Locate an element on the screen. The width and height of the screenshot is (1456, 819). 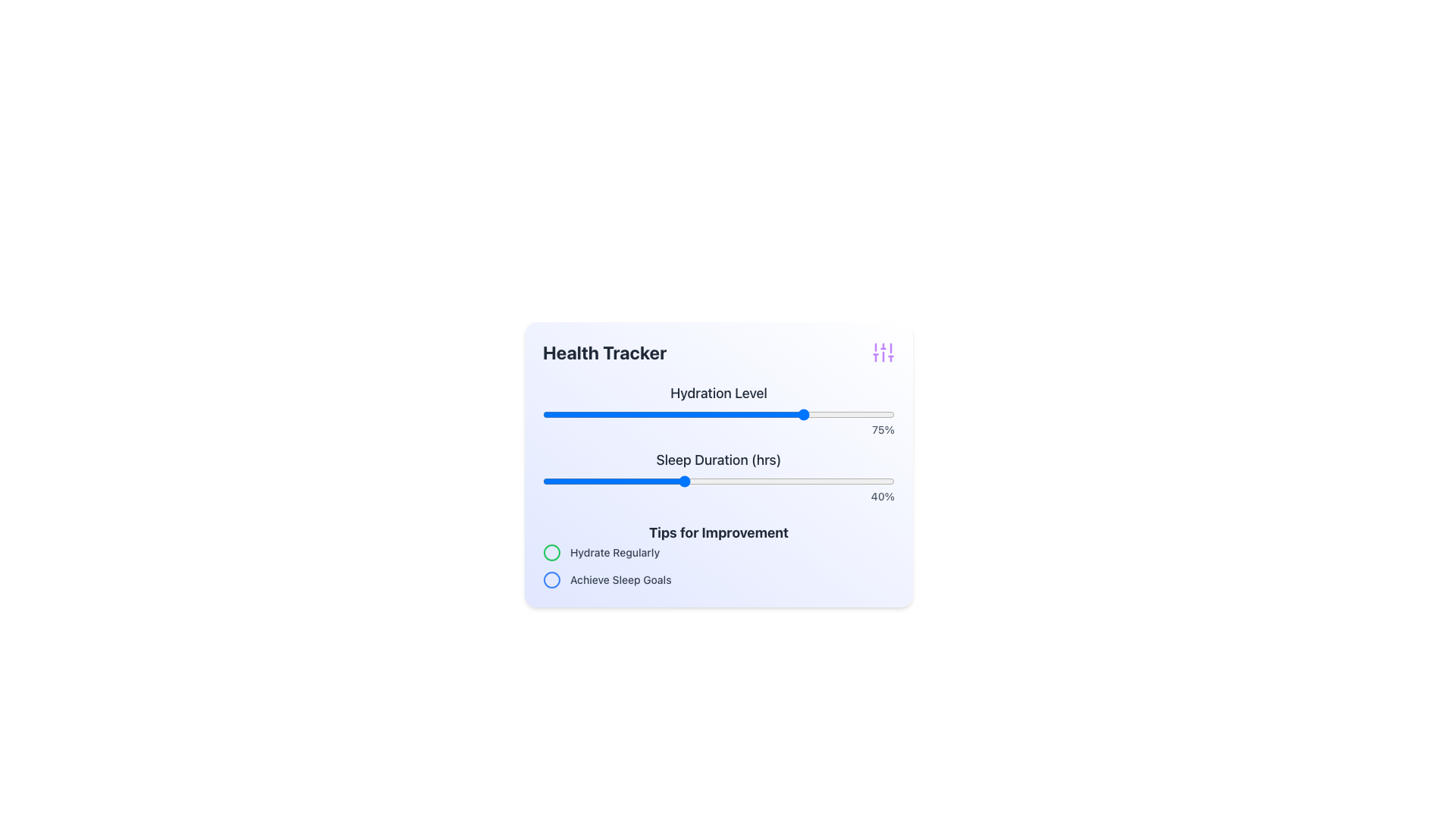
the static text label displaying 'Hydrate Regularly', which is located beside the green circular icon in the 'Tips for Improvement' section of the interface is located at coordinates (615, 553).